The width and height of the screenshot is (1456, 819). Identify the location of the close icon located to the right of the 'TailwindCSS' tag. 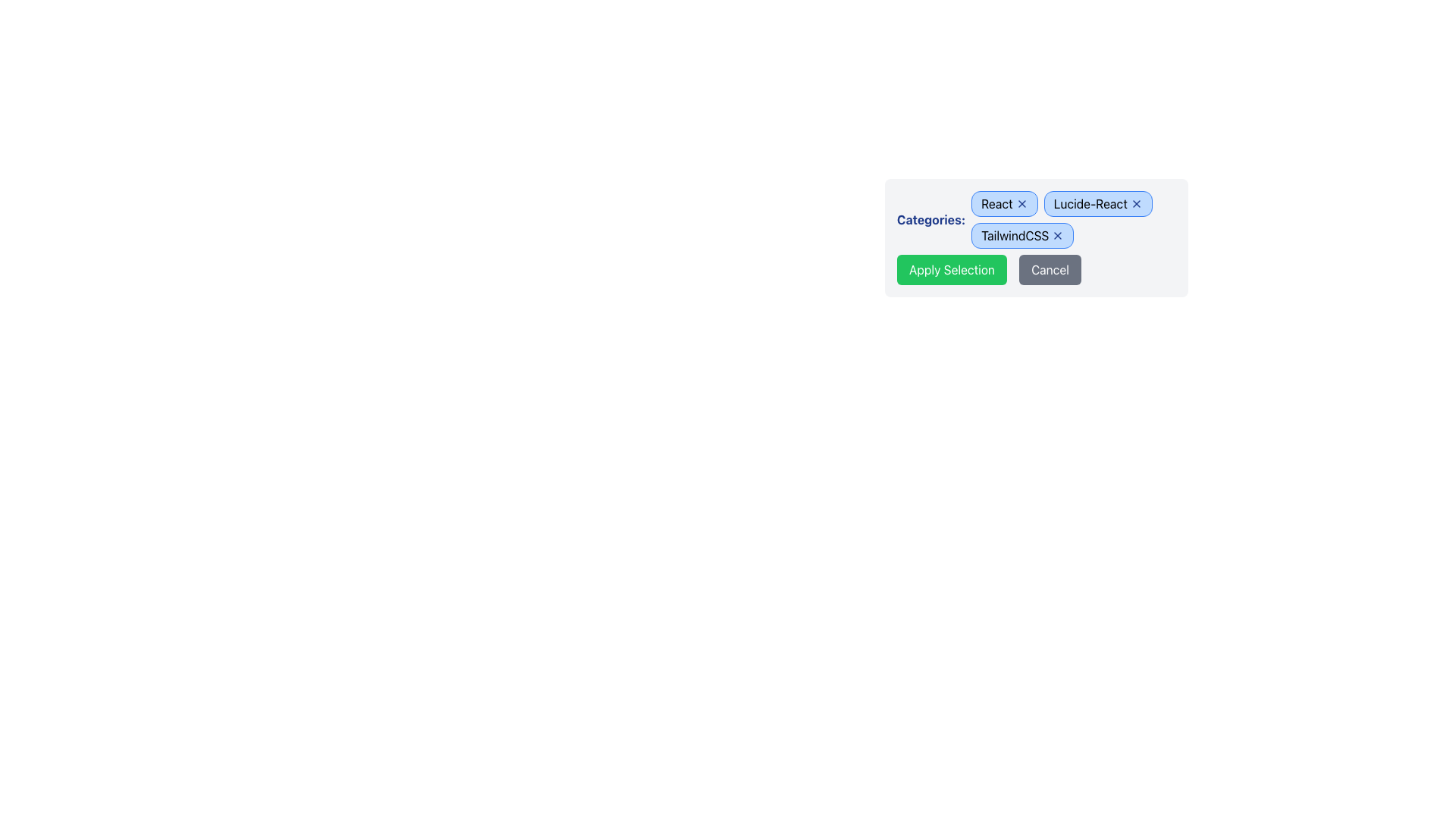
(1057, 236).